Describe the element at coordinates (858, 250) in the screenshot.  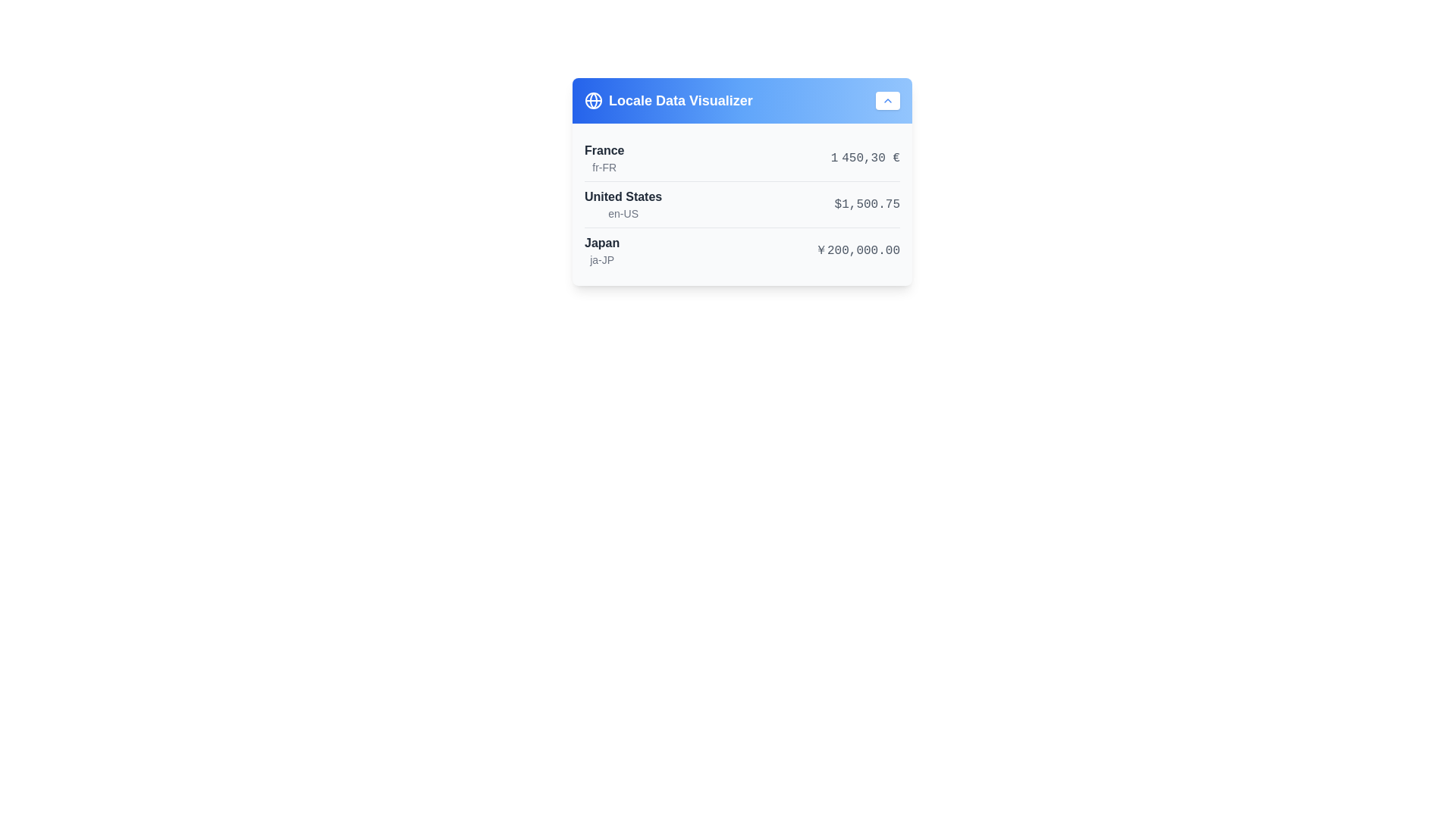
I see `the non-interactive text label displaying the monetary value associated with 'Japan', located on the last row of the list under 'Locale Data Visualizer', to the right of the label 'Japan'` at that location.